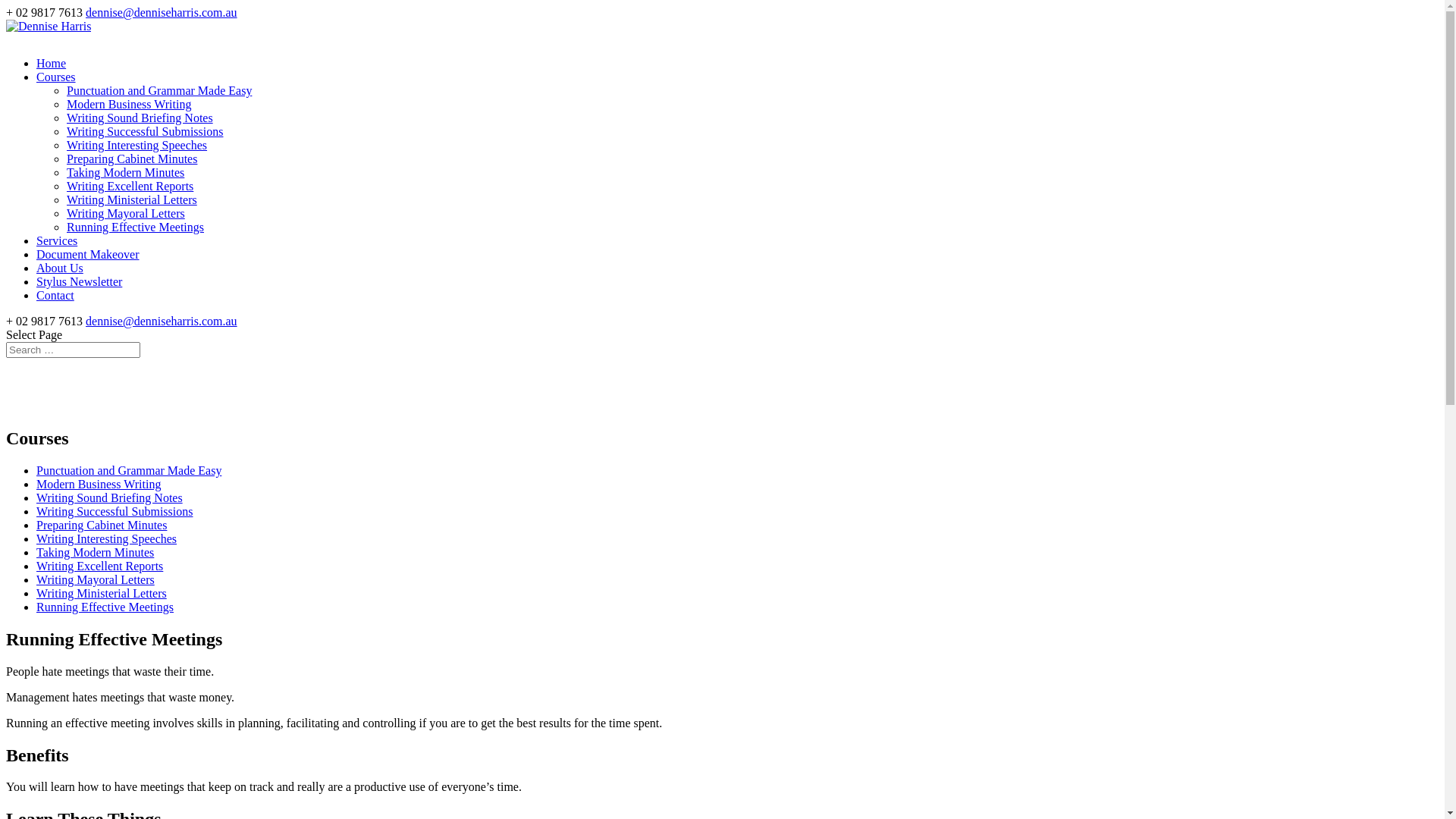  Describe the element at coordinates (140, 117) in the screenshot. I see `'Writing Sound Briefing Notes'` at that location.